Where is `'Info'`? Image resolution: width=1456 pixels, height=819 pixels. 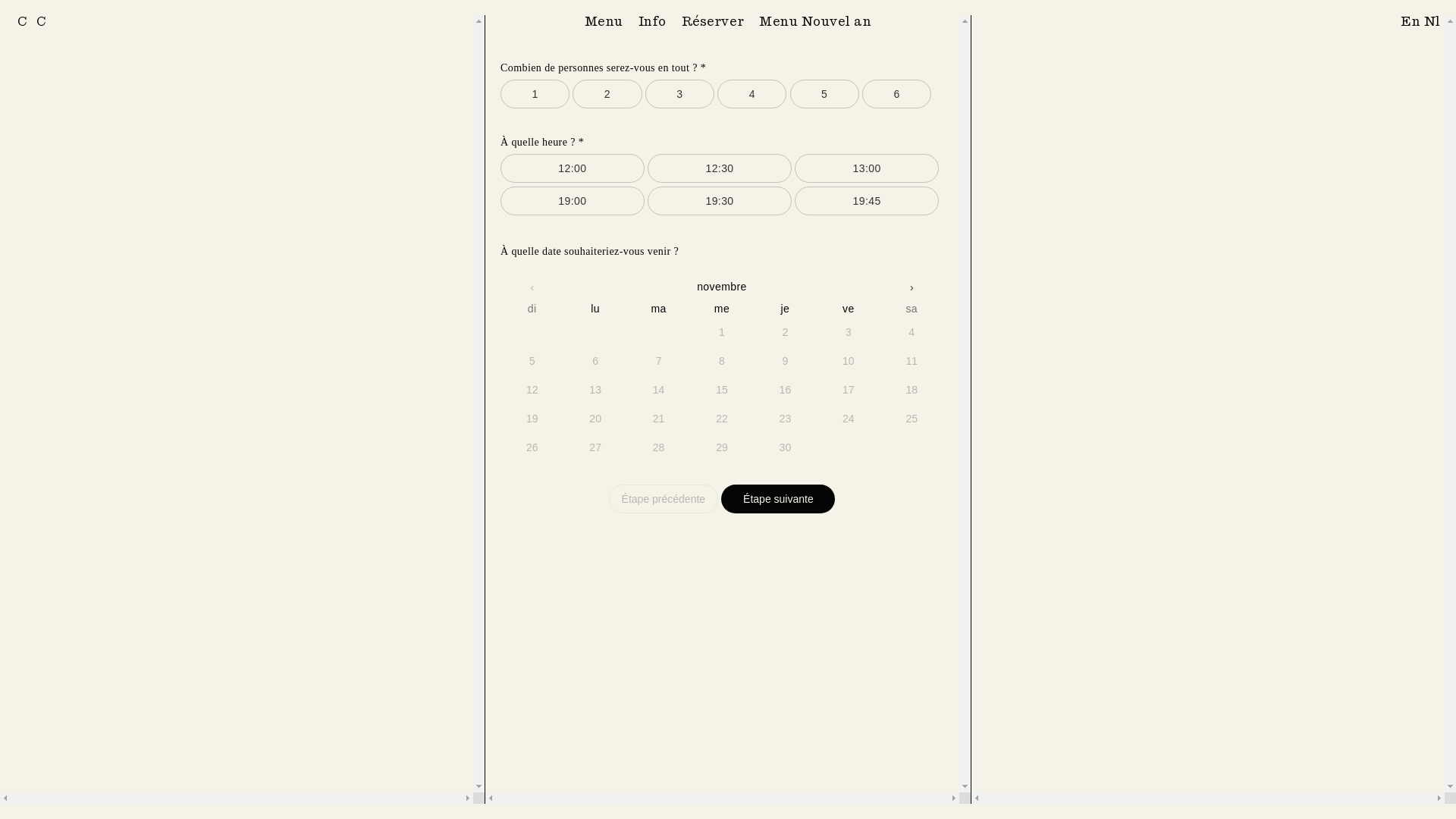
'Info' is located at coordinates (652, 21).